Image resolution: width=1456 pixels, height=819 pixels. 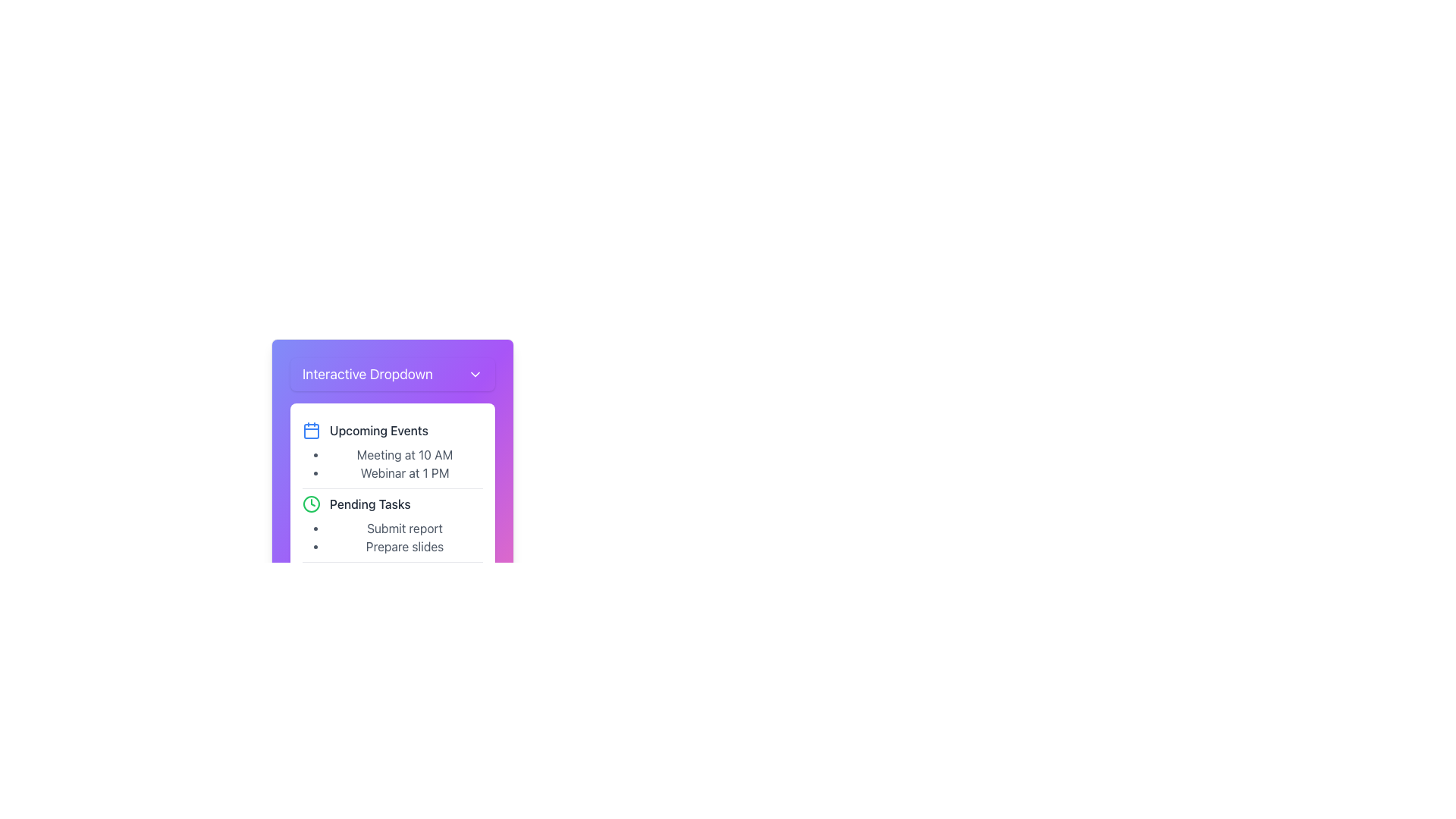 What do you see at coordinates (404, 472) in the screenshot?
I see `text displayed in the second item of the bulleted list under the 'Upcoming Events' header, which indicates the scheduled time of the webinar` at bounding box center [404, 472].